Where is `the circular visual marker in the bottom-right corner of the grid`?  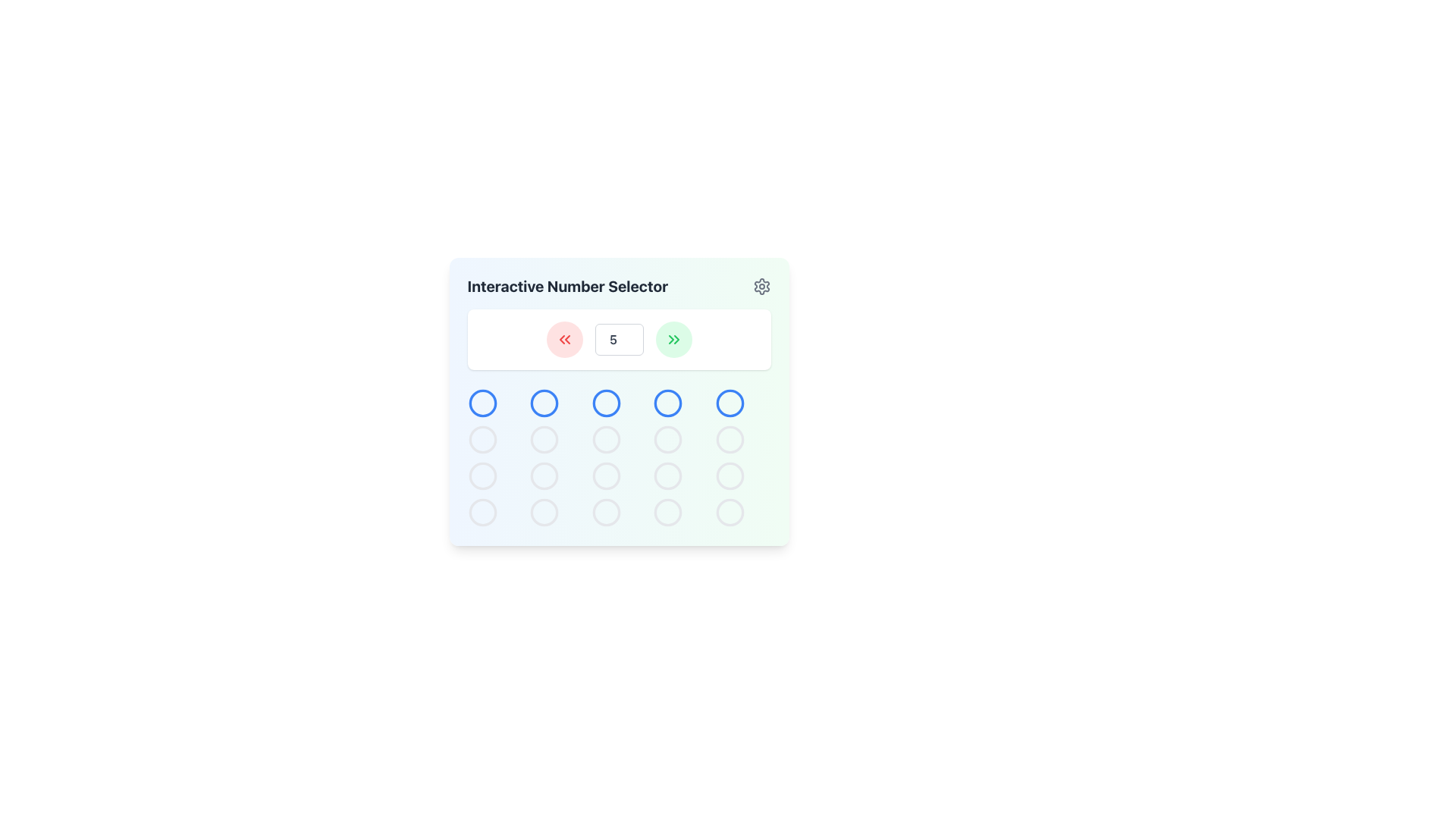 the circular visual marker in the bottom-right corner of the grid is located at coordinates (730, 439).